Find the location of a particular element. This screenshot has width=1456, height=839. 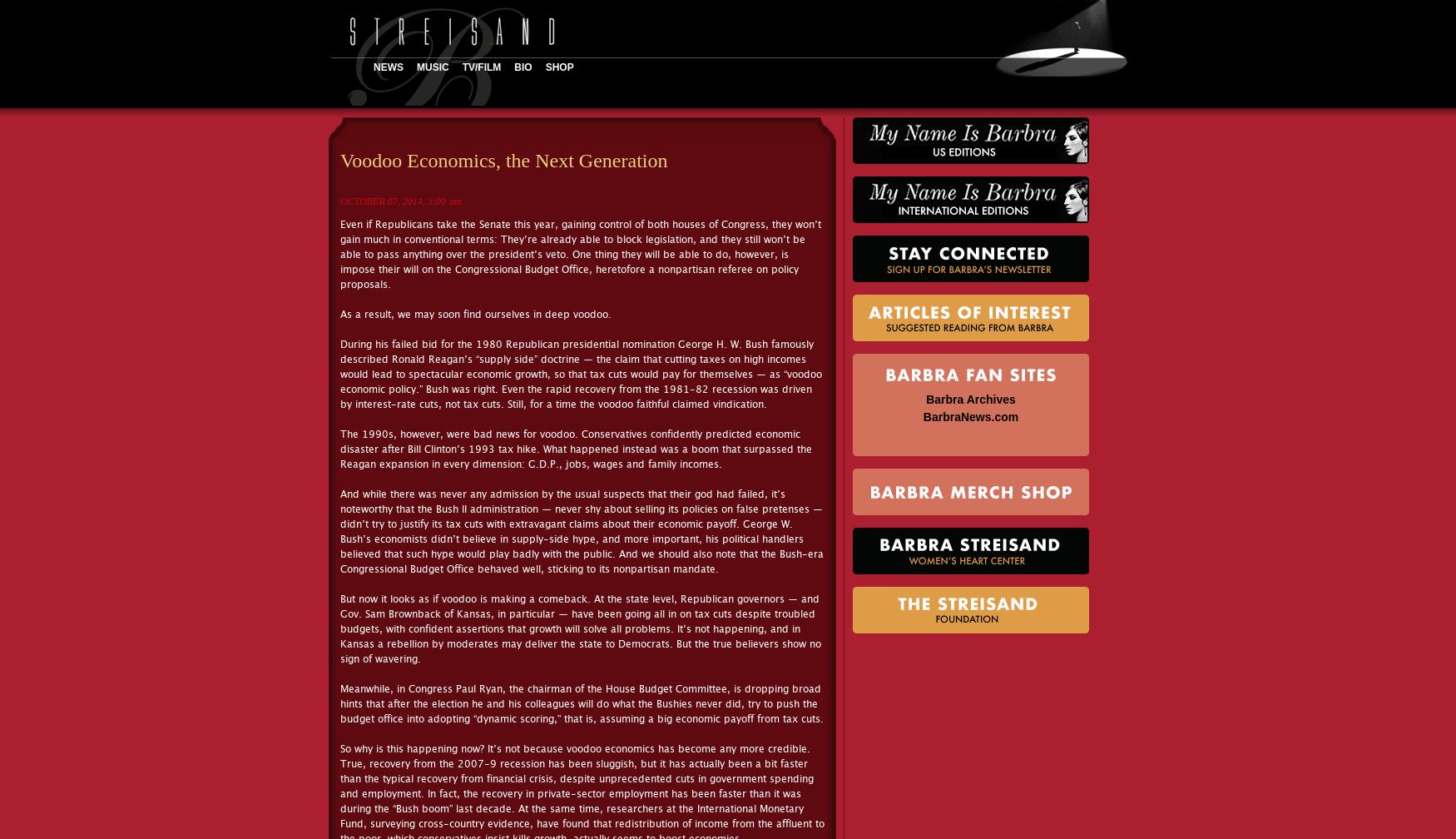

'Music' is located at coordinates (416, 67).